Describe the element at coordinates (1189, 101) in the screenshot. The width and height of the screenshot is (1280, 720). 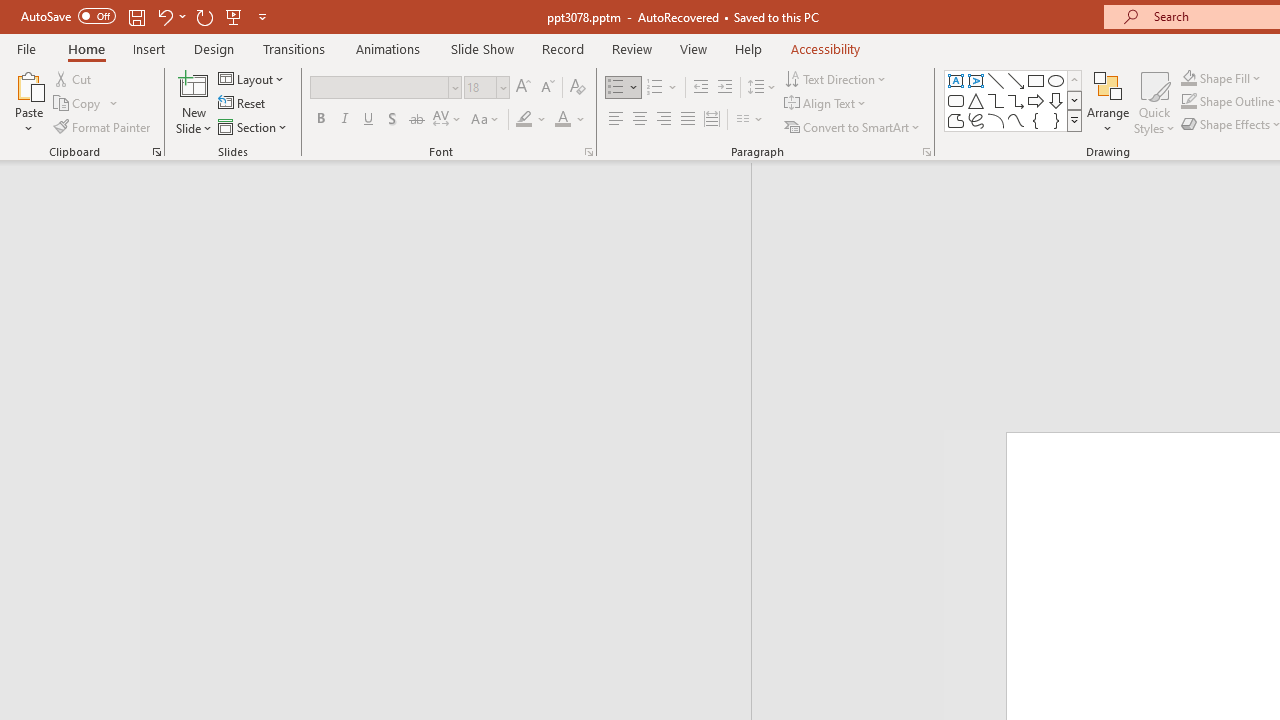
I see `'Shape Outline Green, Accent 1'` at that location.